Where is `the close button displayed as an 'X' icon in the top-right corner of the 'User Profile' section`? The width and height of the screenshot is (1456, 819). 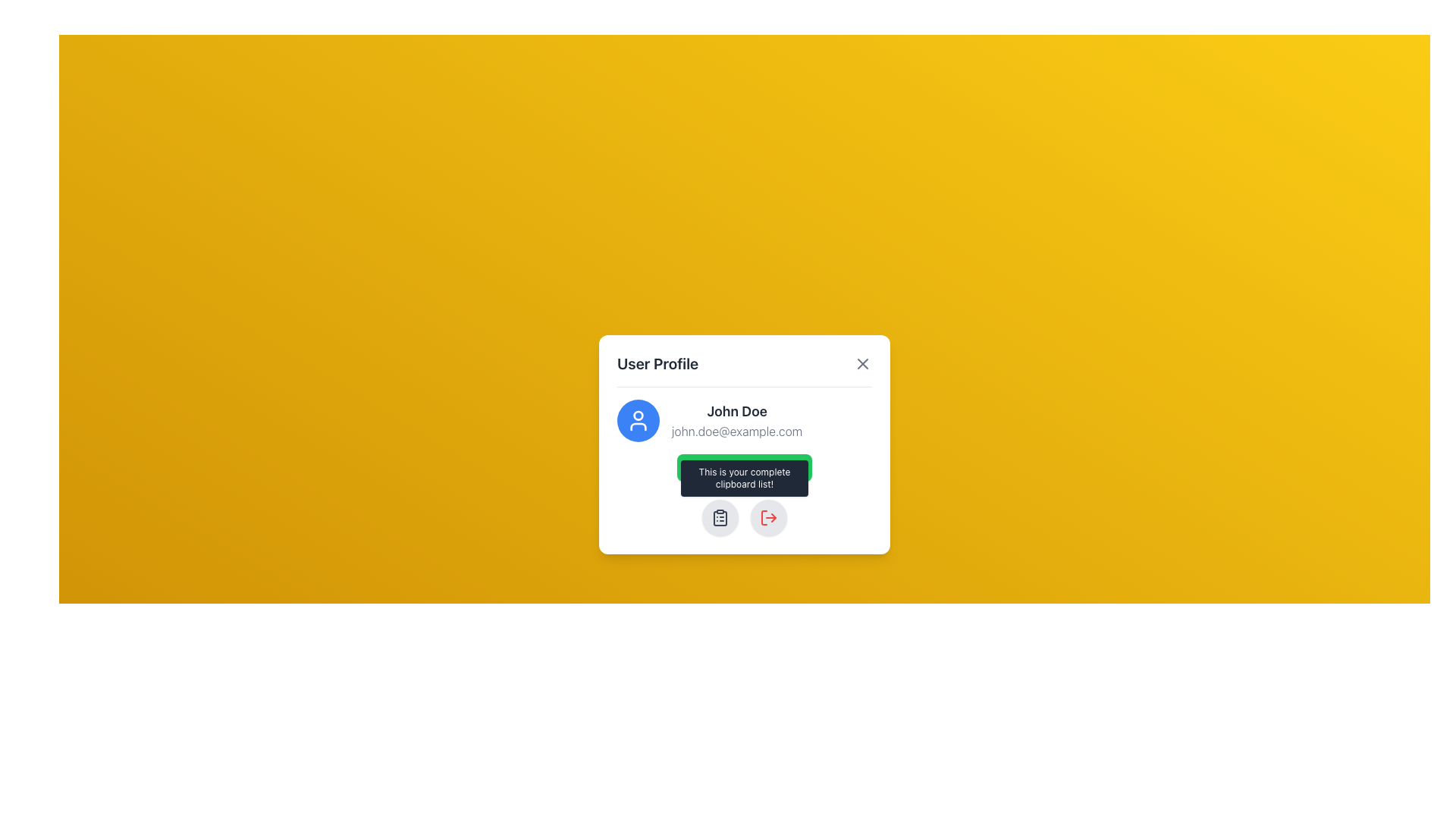 the close button displayed as an 'X' icon in the top-right corner of the 'User Profile' section is located at coordinates (862, 363).